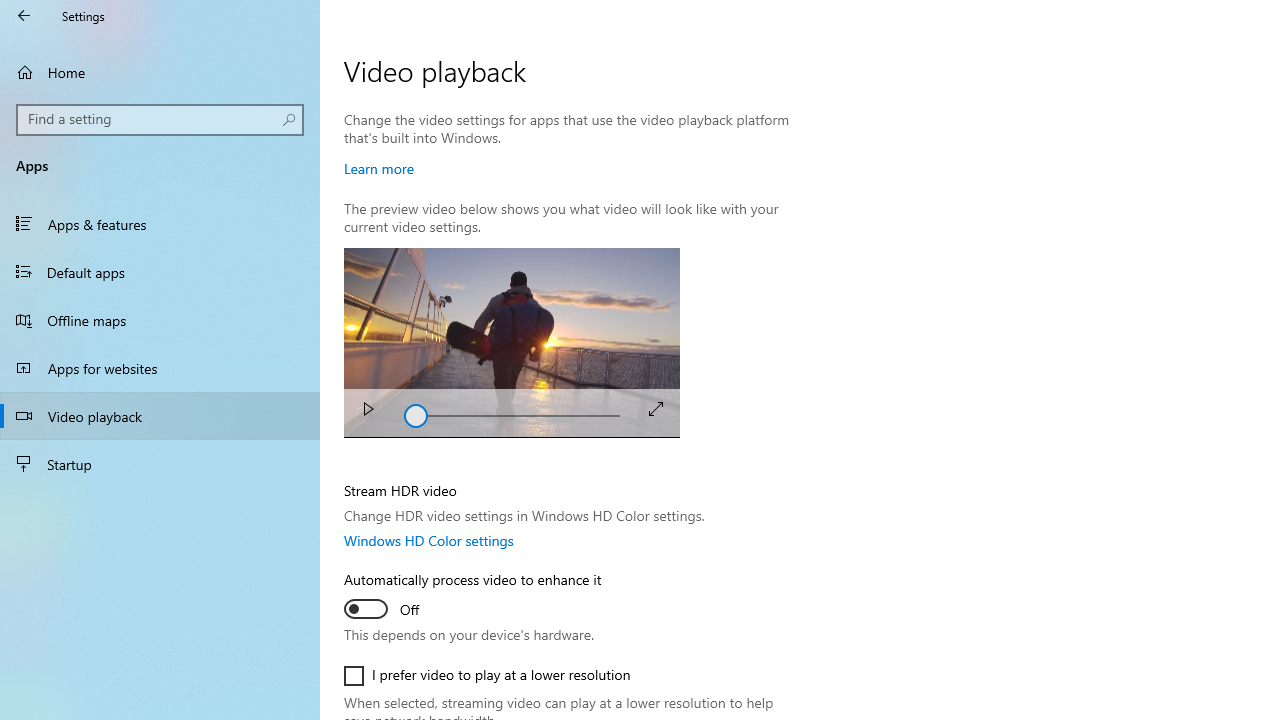  What do you see at coordinates (160, 414) in the screenshot?
I see `'Video playback'` at bounding box center [160, 414].